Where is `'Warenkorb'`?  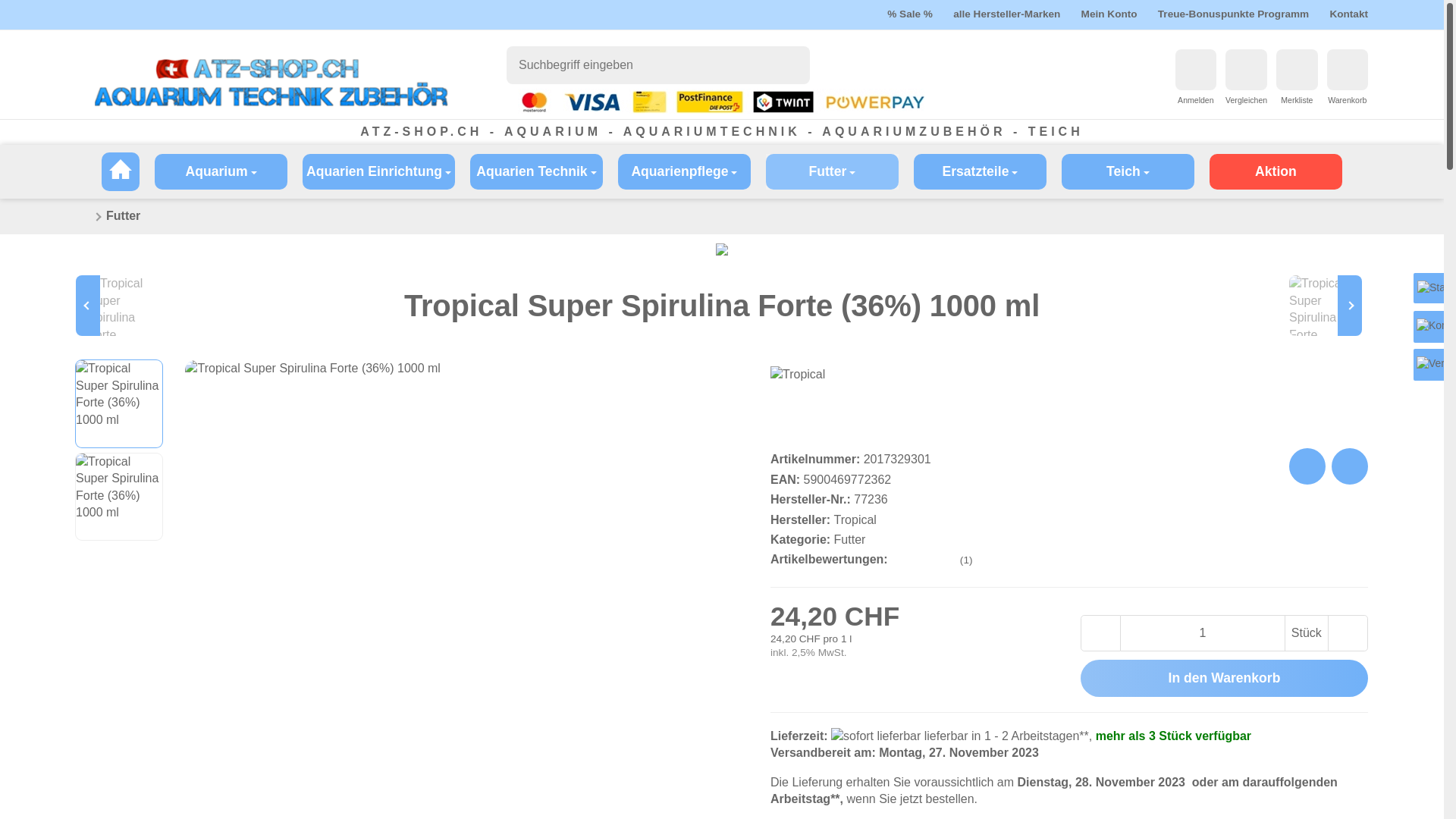
'Warenkorb' is located at coordinates (1347, 100).